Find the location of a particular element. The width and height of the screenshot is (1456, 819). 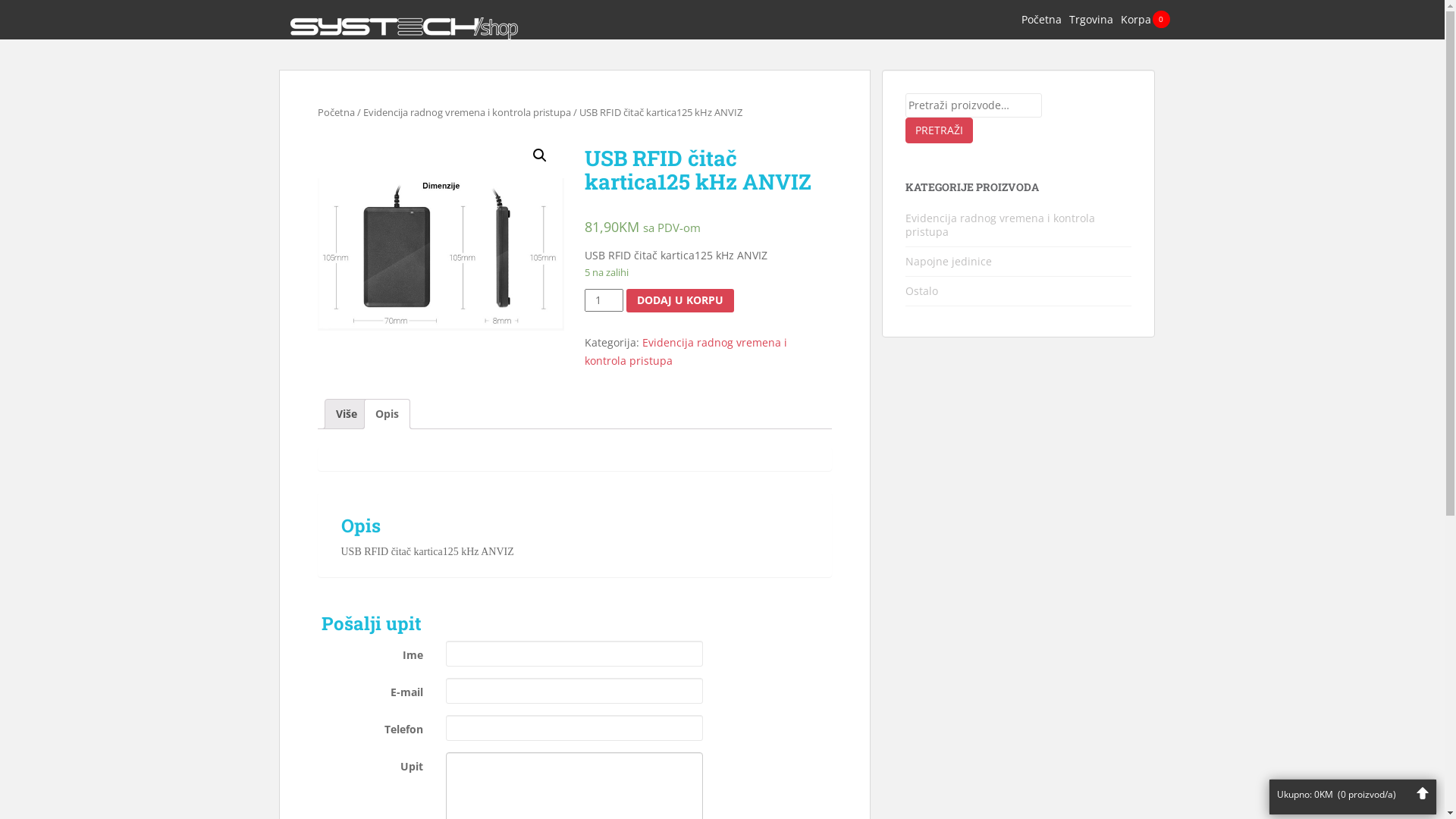

'Evidencija radnog vremena i kontrola pristupa' is located at coordinates (685, 351).